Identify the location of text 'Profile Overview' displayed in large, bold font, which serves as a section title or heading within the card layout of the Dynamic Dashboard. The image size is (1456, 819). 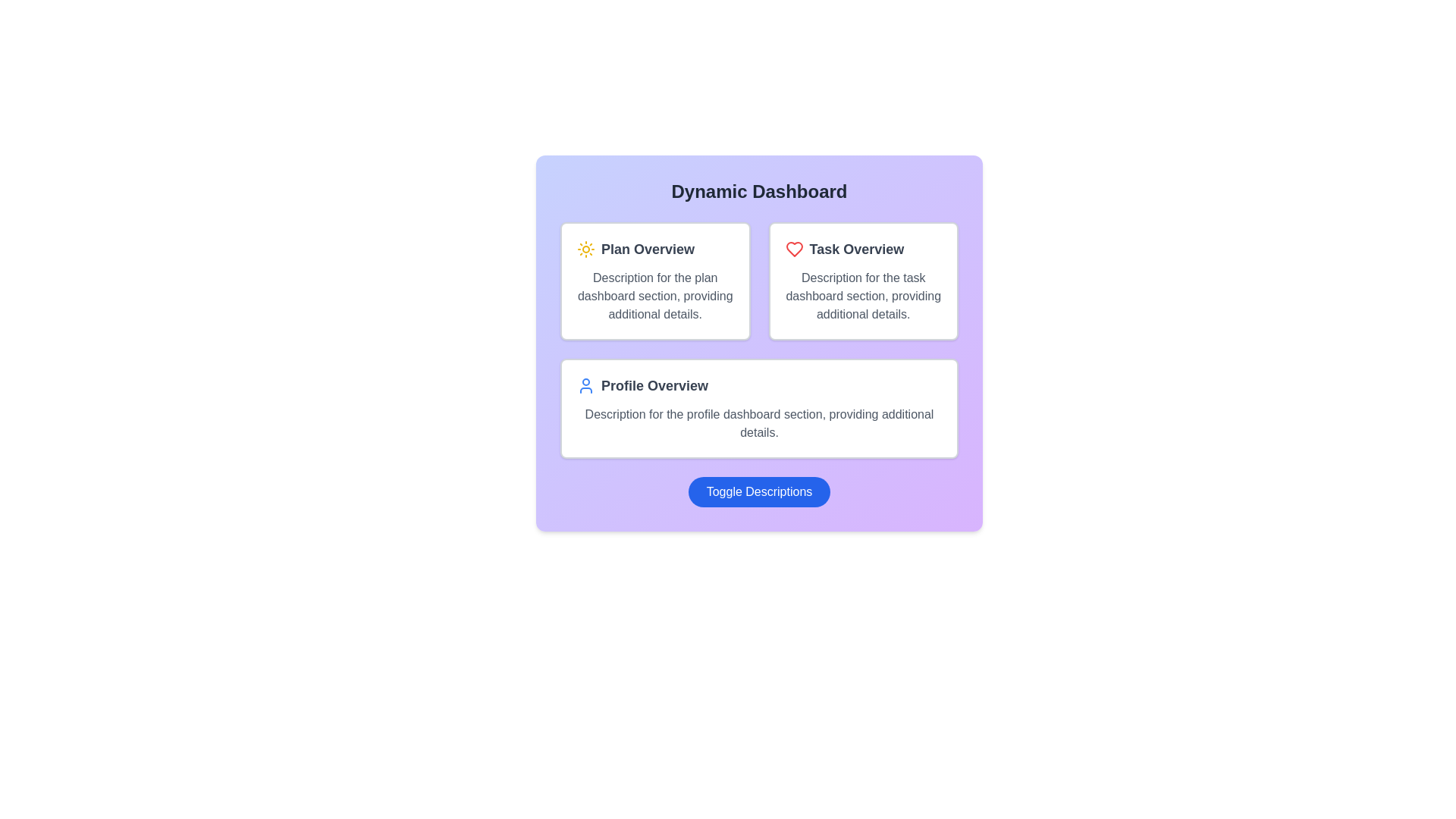
(654, 385).